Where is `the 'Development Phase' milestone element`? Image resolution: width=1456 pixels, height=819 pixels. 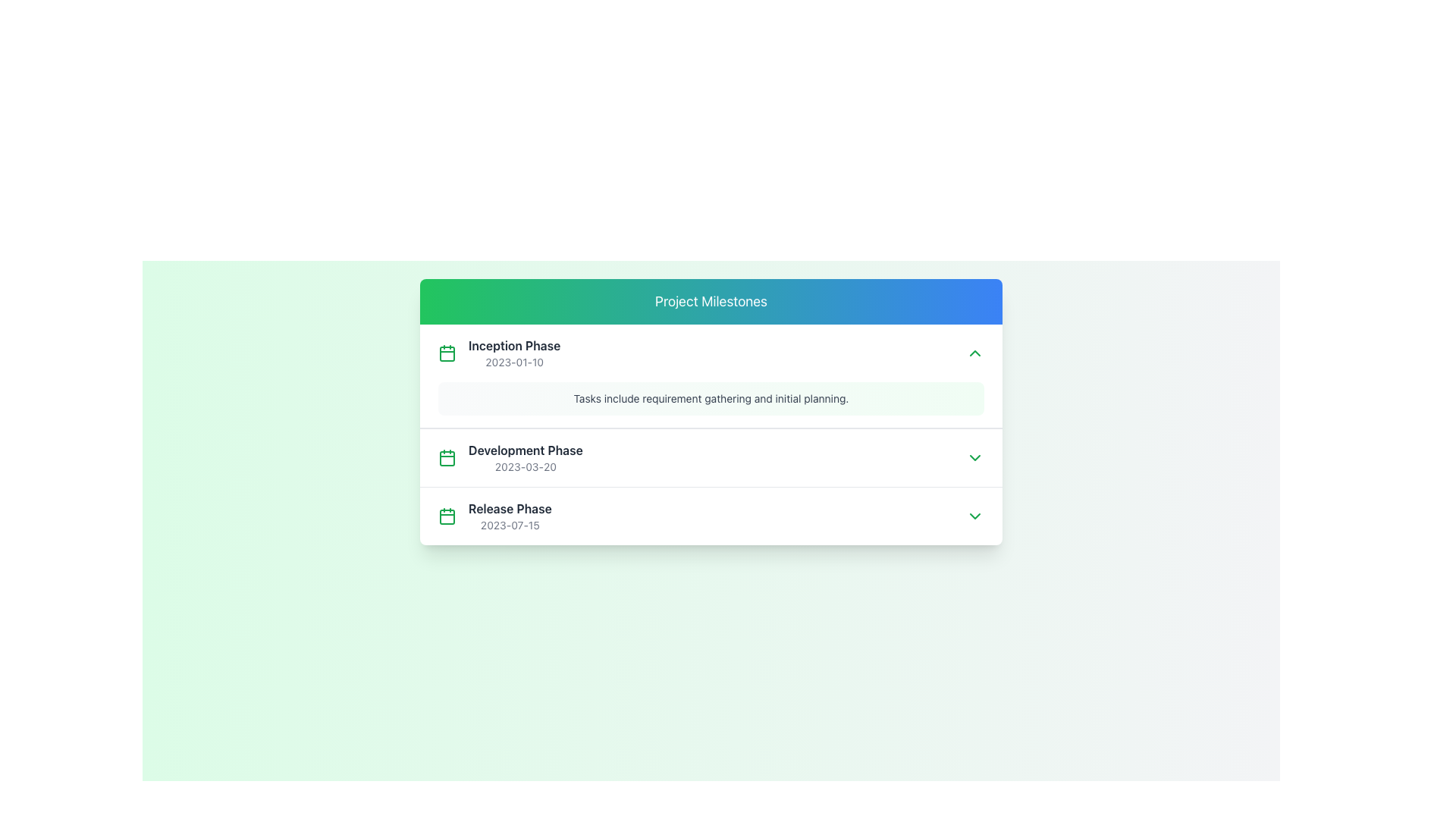
the 'Development Phase' milestone element is located at coordinates (710, 456).